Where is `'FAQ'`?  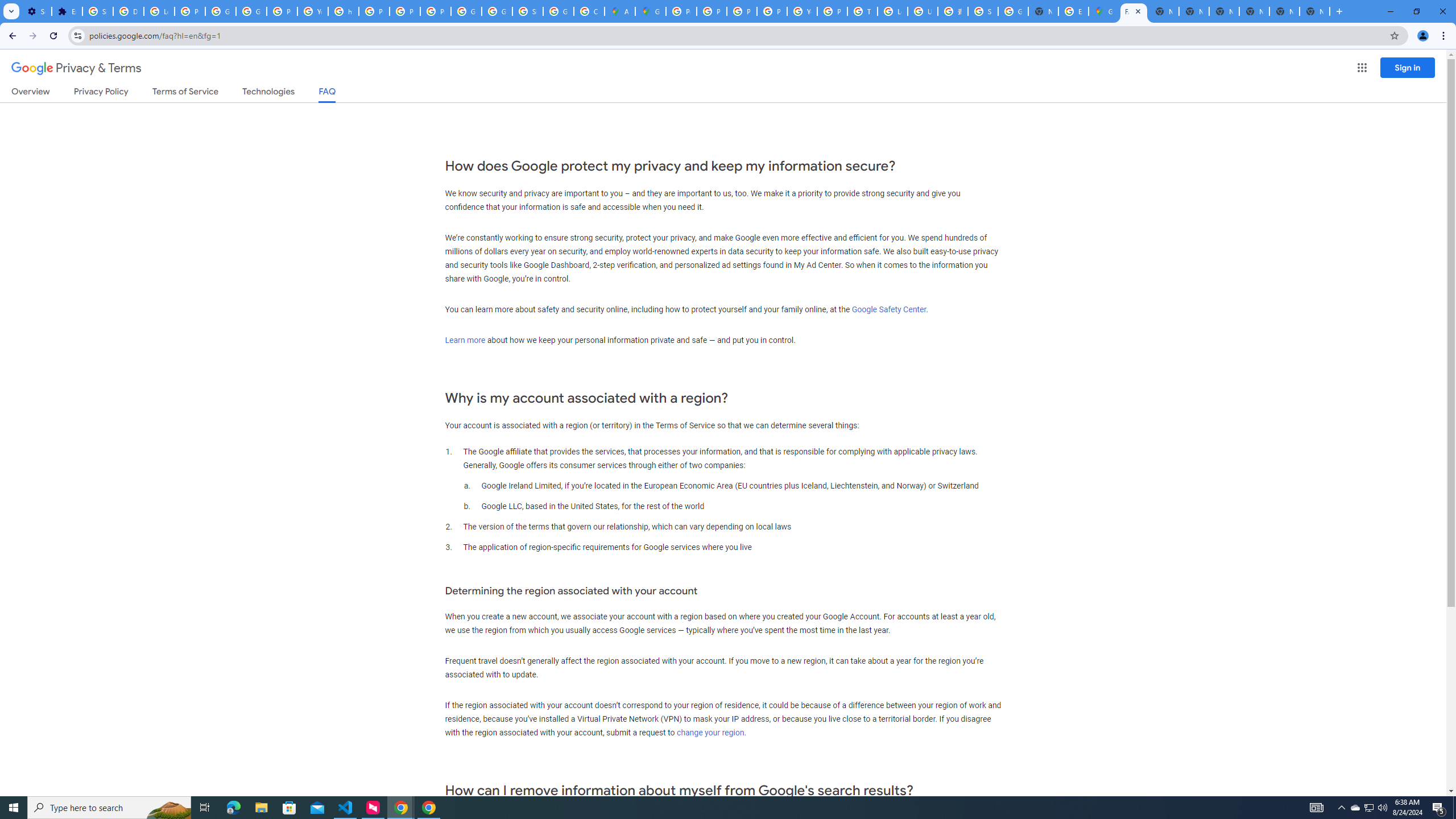 'FAQ' is located at coordinates (327, 94).